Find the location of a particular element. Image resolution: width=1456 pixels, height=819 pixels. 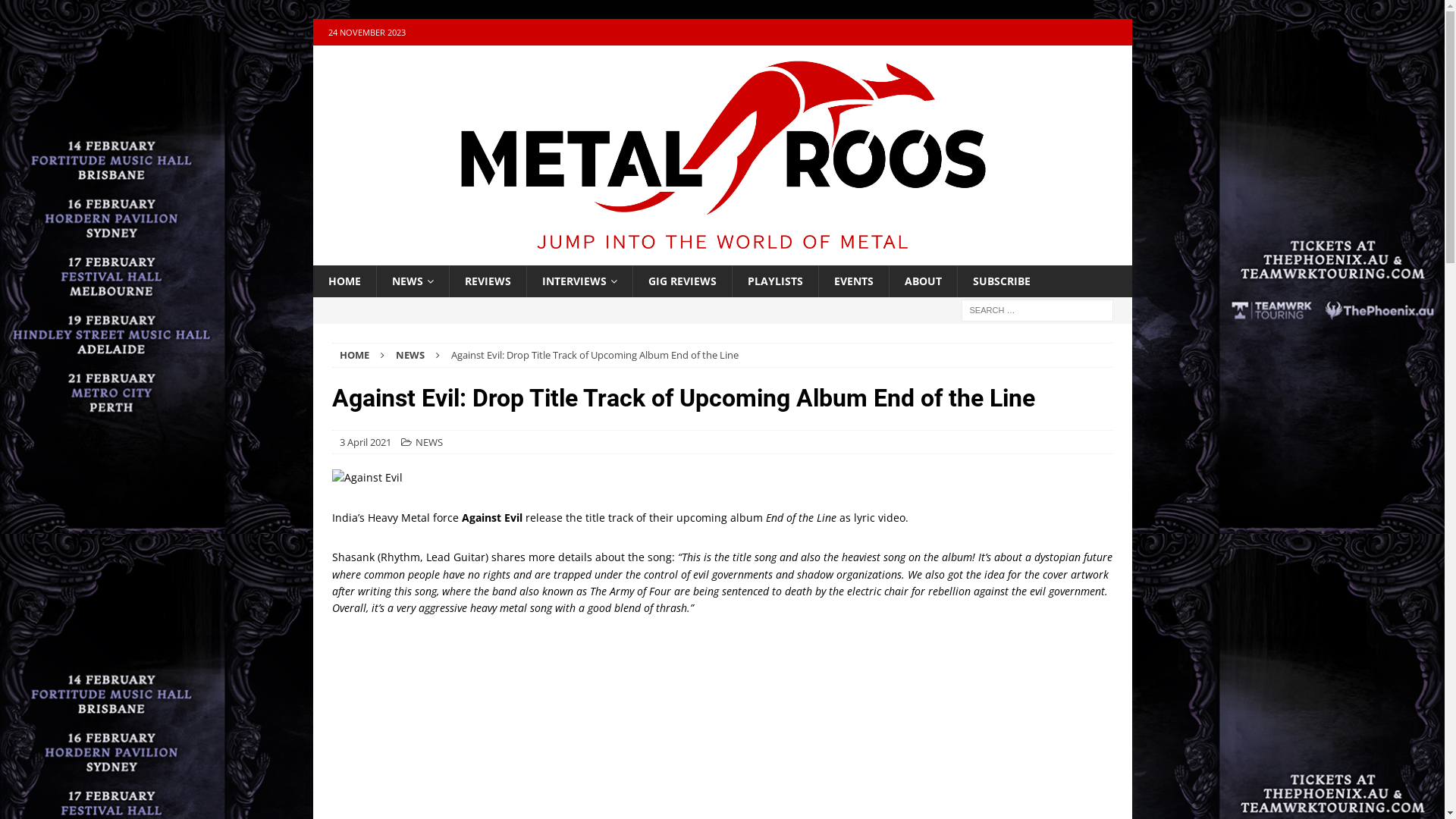

'ABOUT' is located at coordinates (922, 281).